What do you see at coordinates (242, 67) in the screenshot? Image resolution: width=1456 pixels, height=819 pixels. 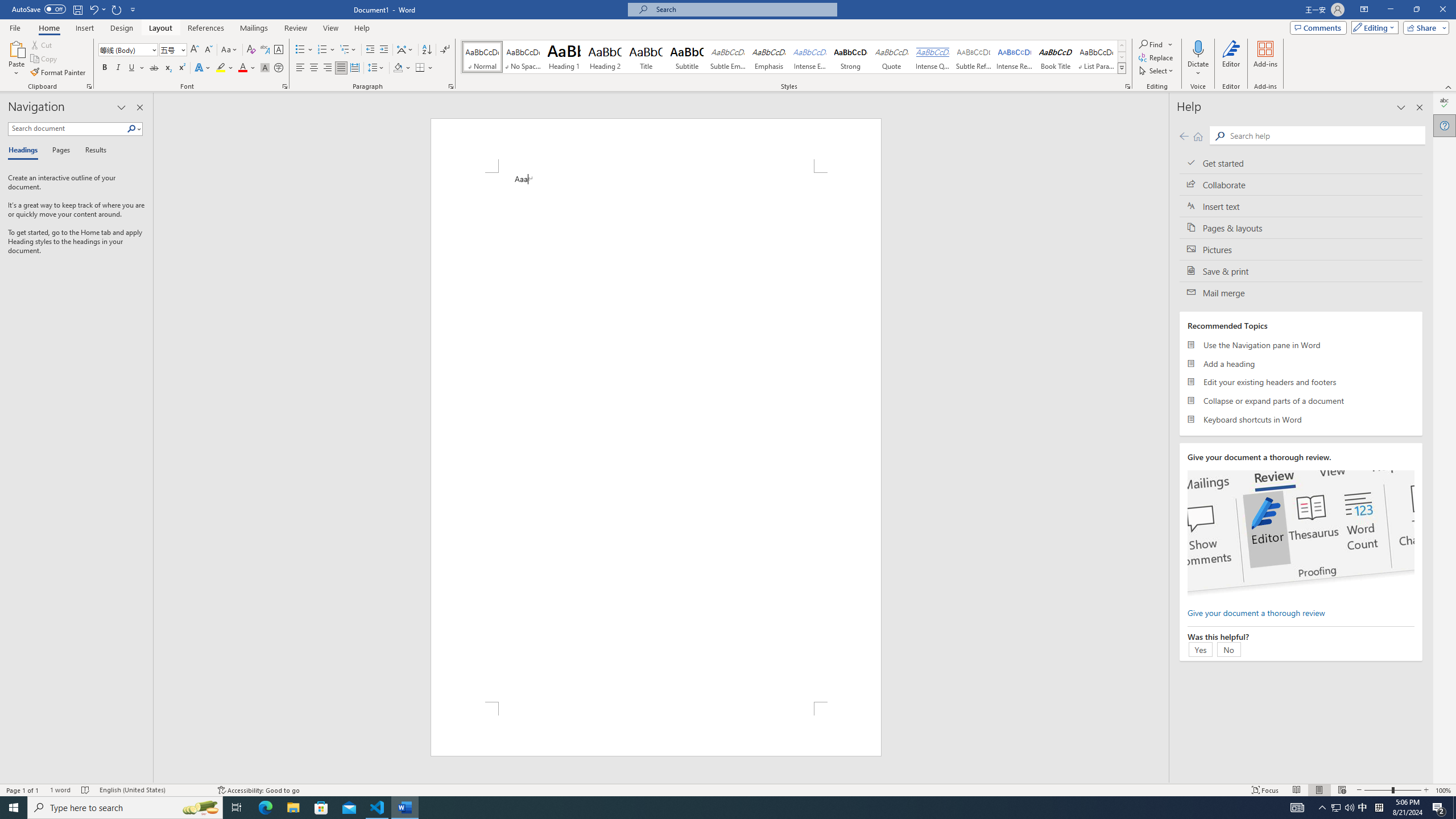 I see `'Font Color Red'` at bounding box center [242, 67].